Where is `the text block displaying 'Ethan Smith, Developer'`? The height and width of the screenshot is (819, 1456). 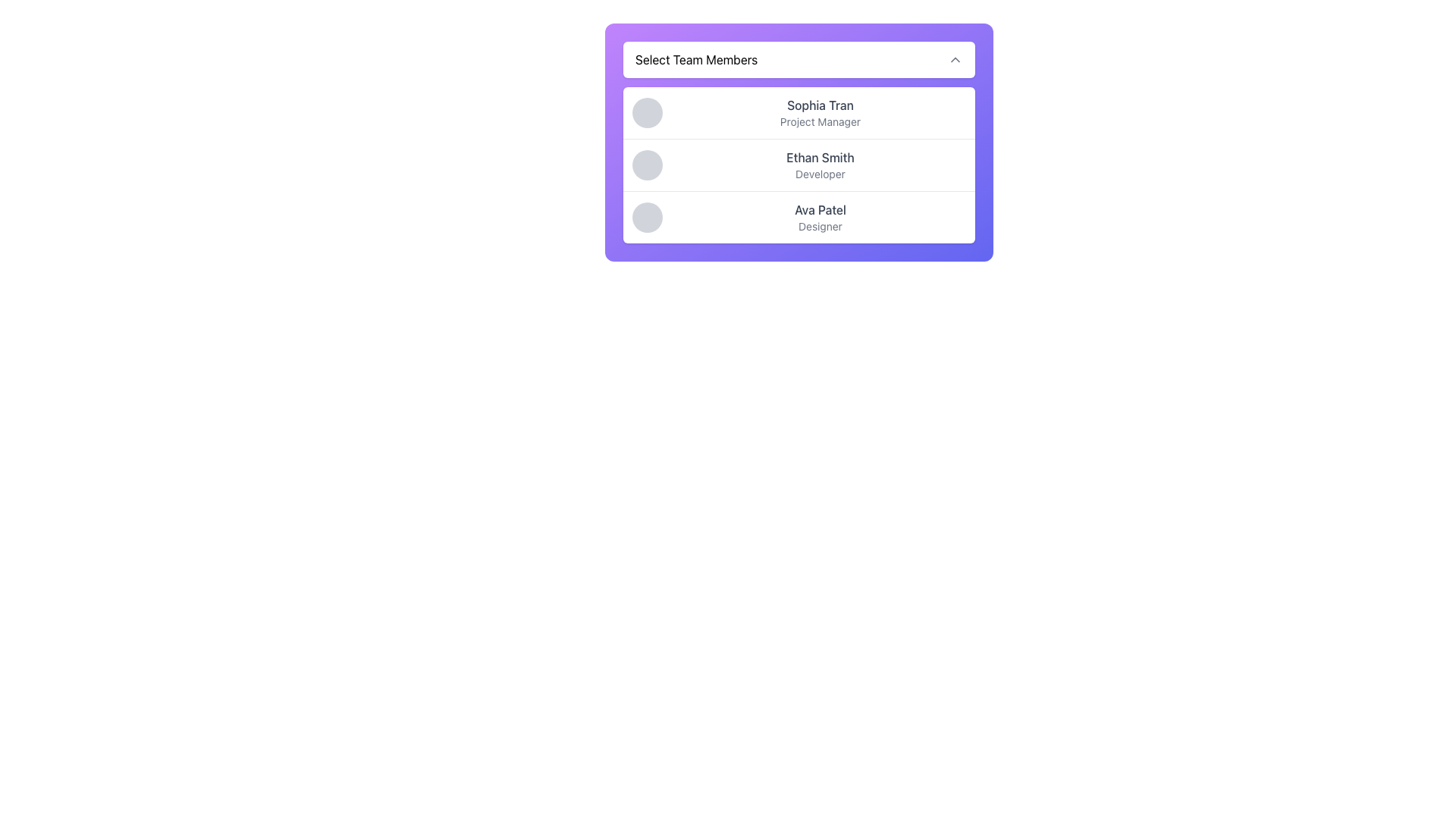
the text block displaying 'Ethan Smith, Developer' is located at coordinates (819, 165).